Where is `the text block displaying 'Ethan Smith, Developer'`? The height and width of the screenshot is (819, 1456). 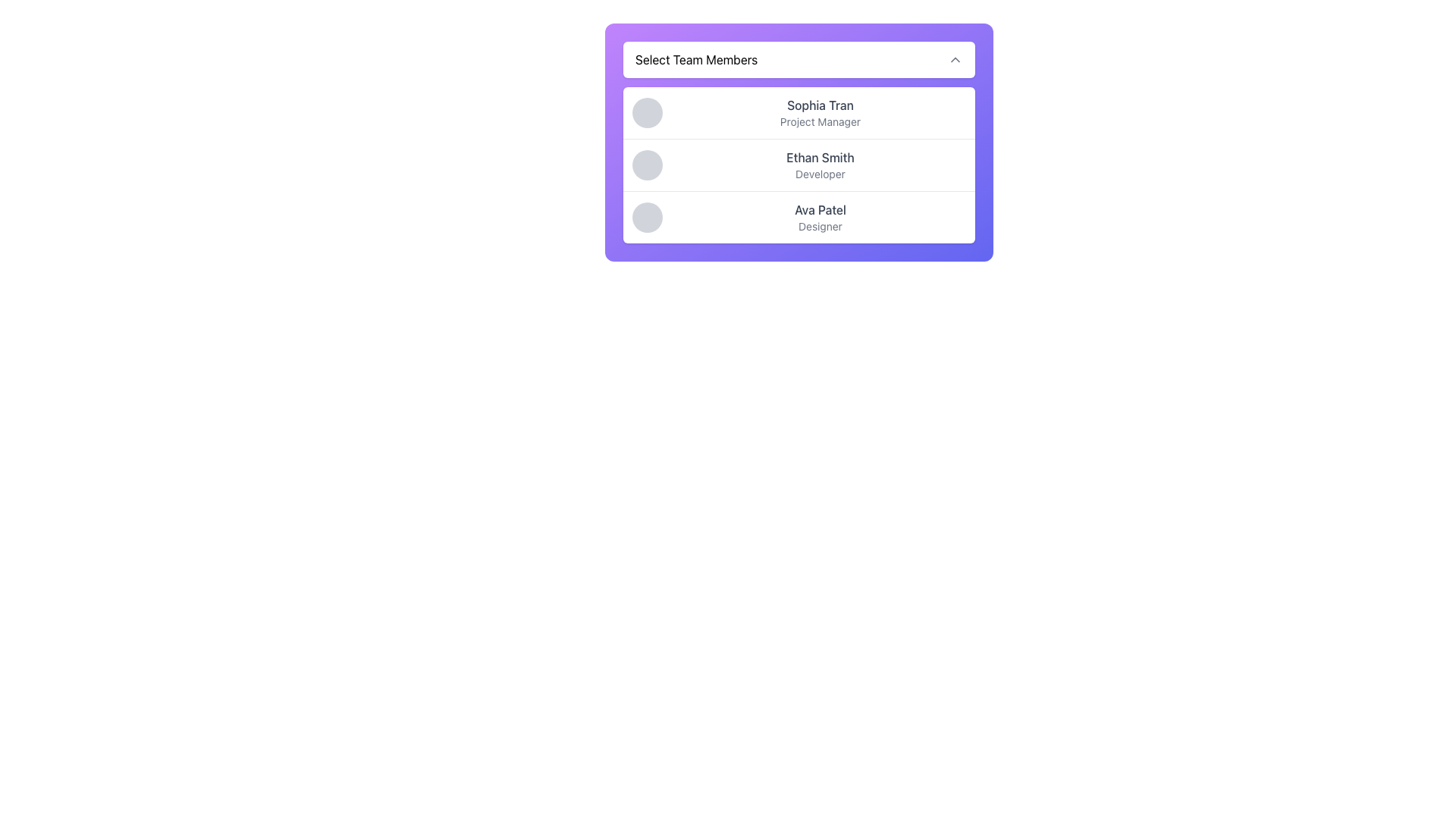
the text block displaying 'Ethan Smith, Developer' is located at coordinates (819, 165).